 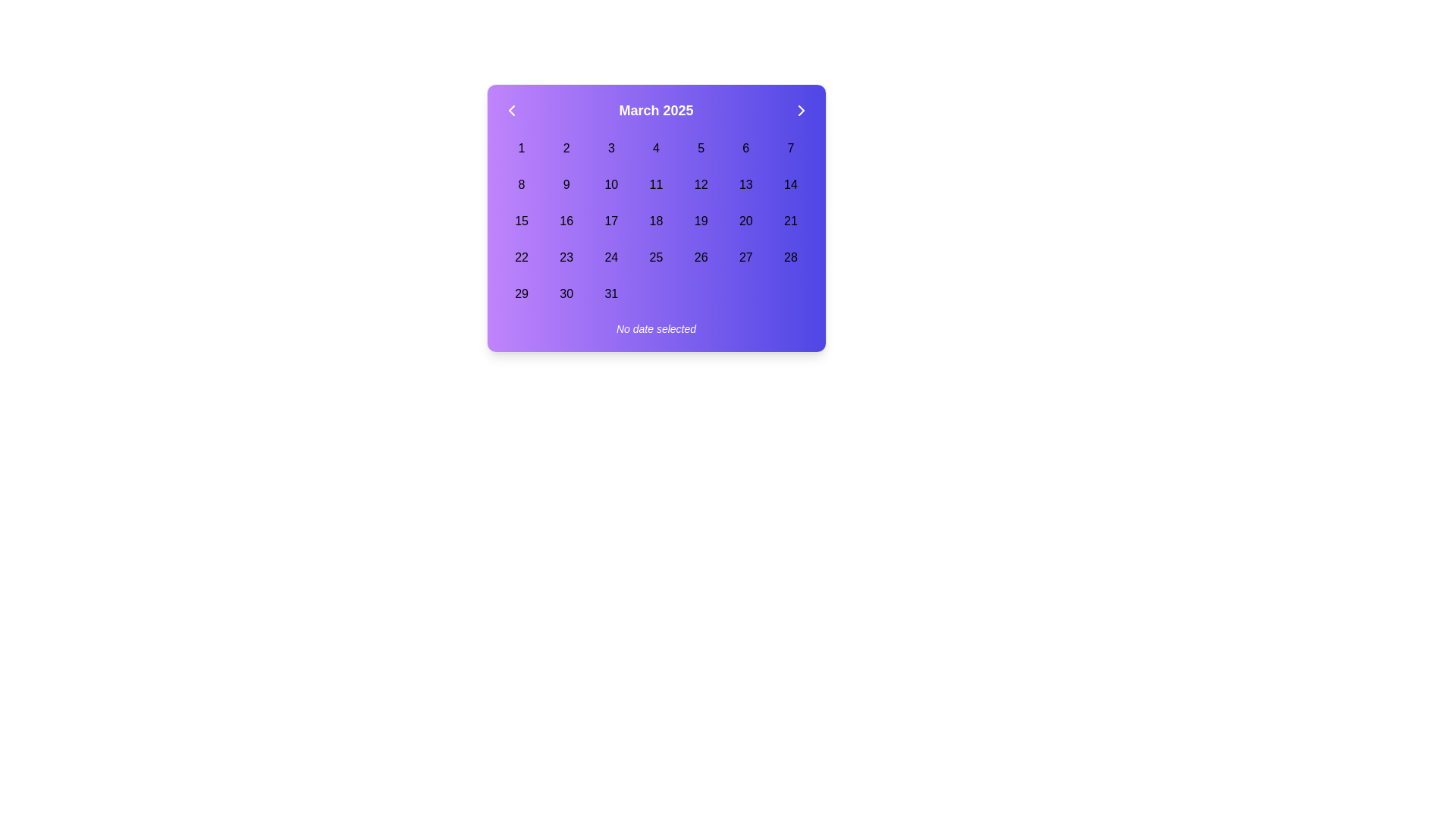 I want to click on the day selector button for the 13th of the month located in the second row and sixth column of the calendar grid, so click(x=745, y=184).